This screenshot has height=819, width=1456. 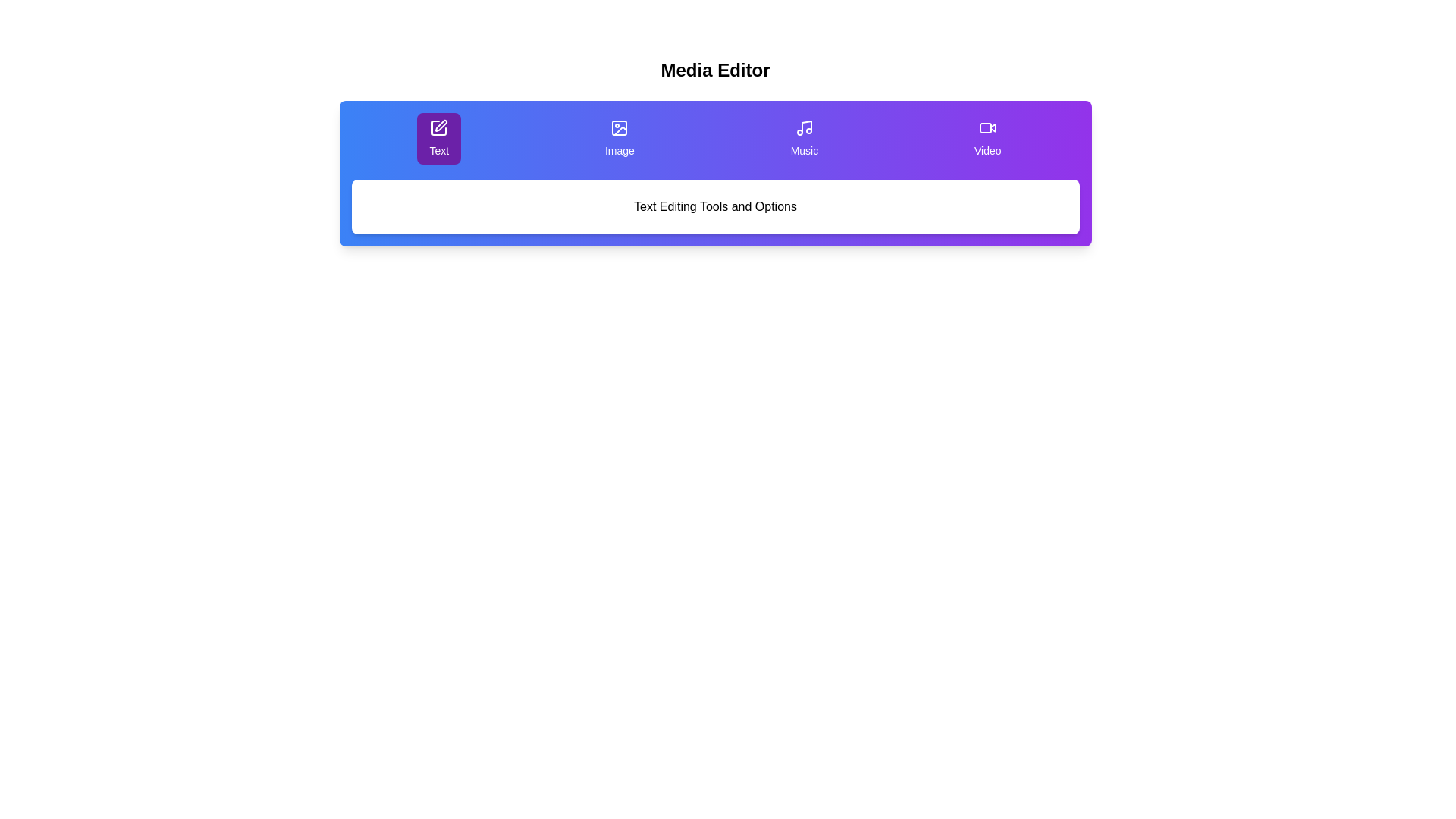 What do you see at coordinates (987, 151) in the screenshot?
I see `text label displaying 'Video' located below the video icon in the horizontal menu bar` at bounding box center [987, 151].